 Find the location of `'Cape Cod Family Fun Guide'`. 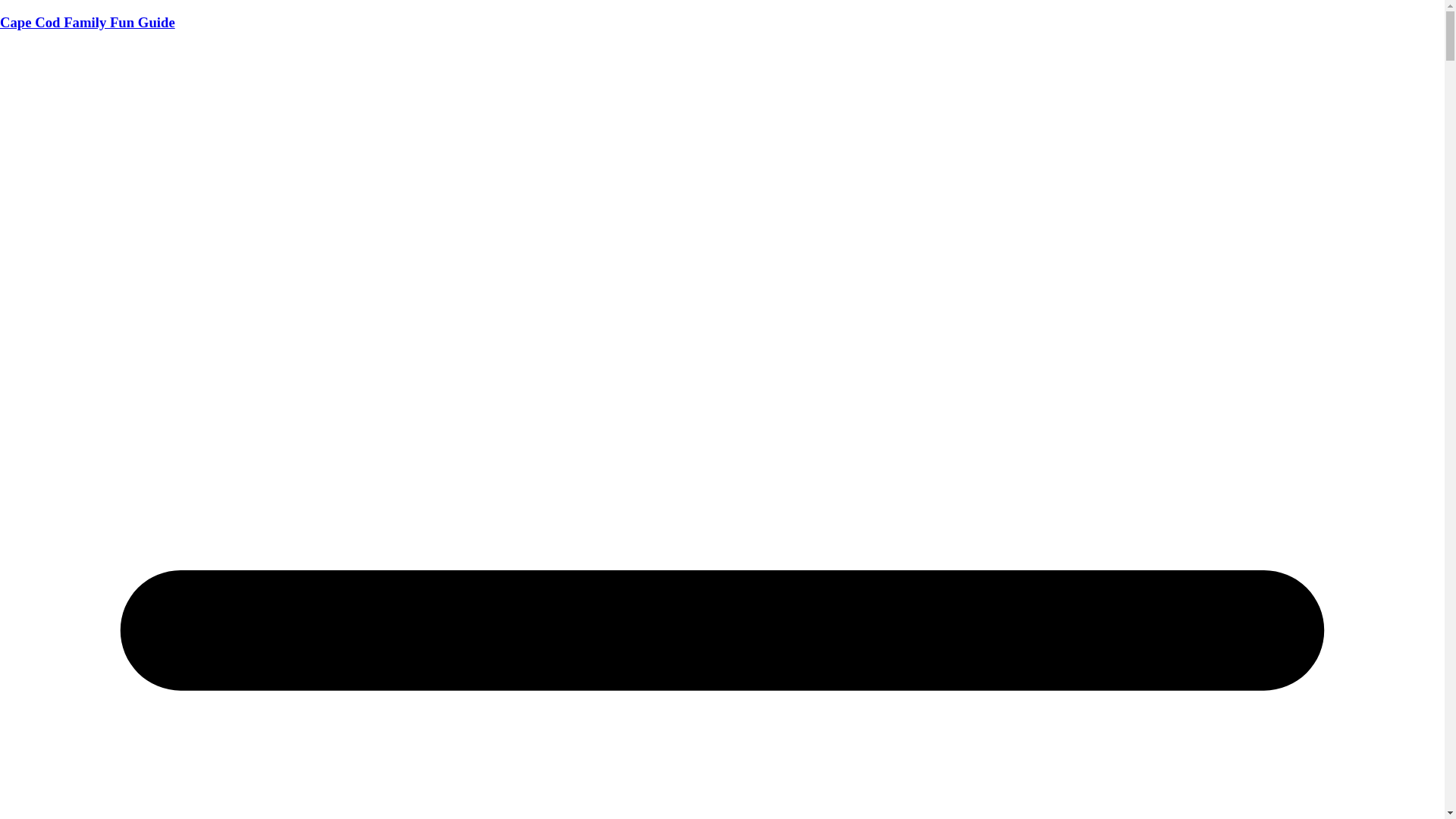

'Cape Cod Family Fun Guide' is located at coordinates (86, 22).